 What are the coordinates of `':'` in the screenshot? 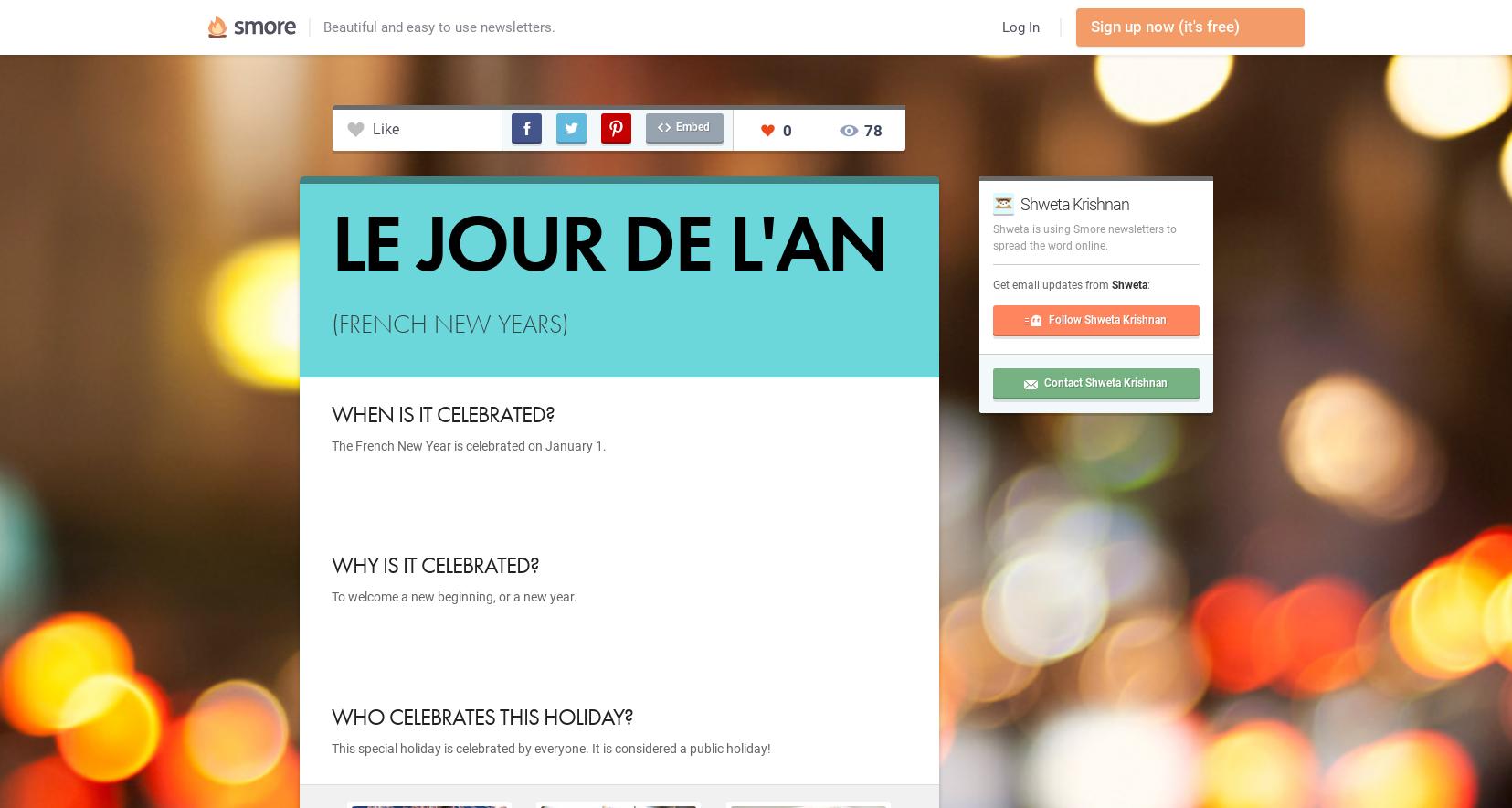 It's located at (1147, 284).